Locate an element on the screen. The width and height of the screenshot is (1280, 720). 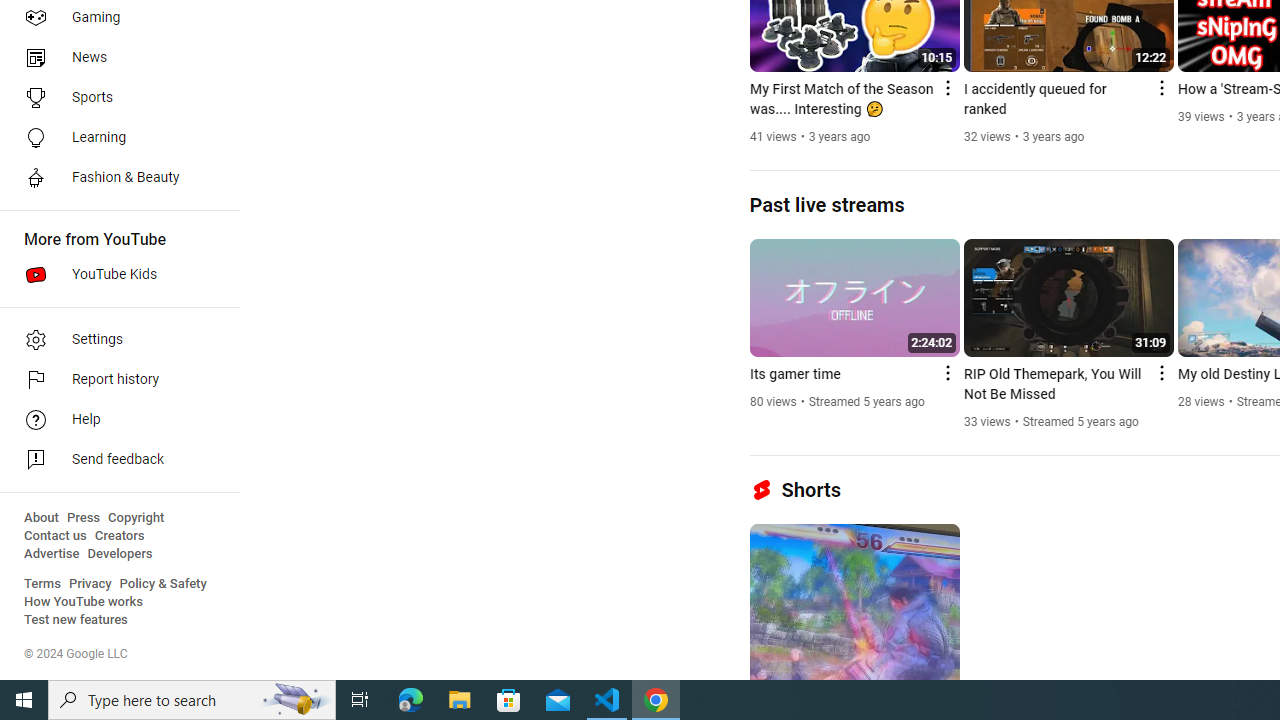
'Past live streams' is located at coordinates (826, 204).